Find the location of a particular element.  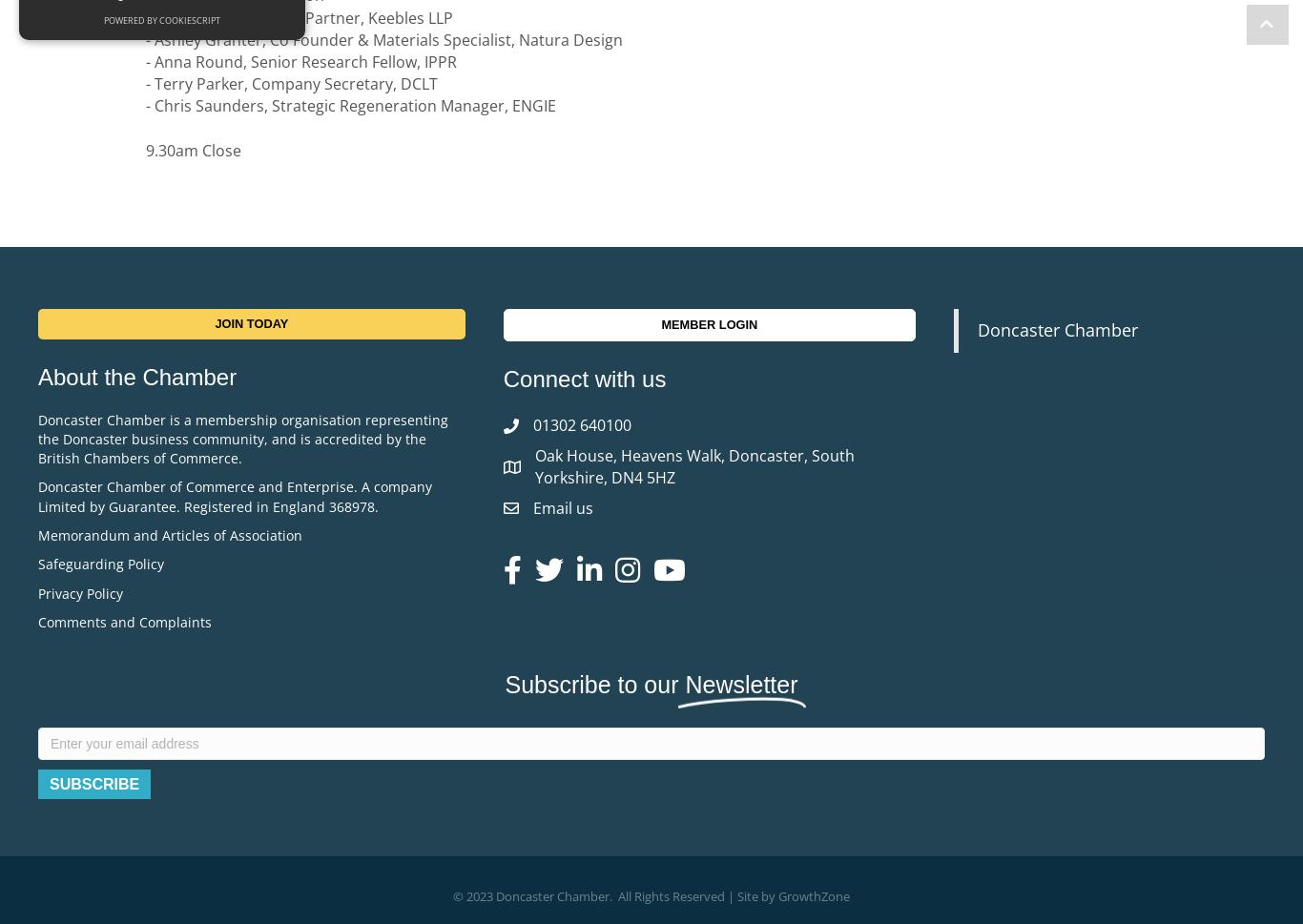

'- Michele Wightmann, Partner, Keebles LLP' is located at coordinates (300, 17).